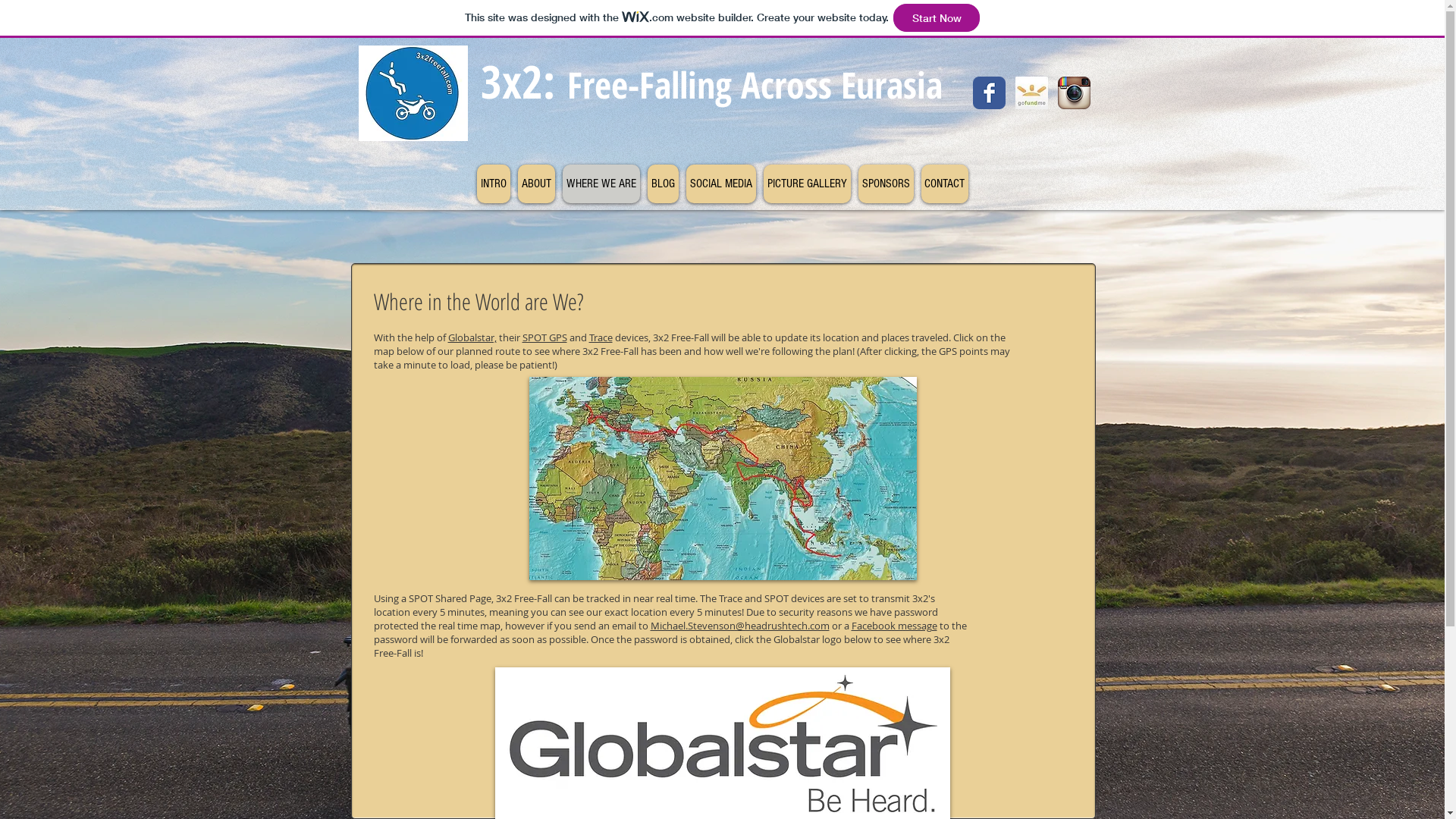 This screenshot has height=819, width=1456. Describe the element at coordinates (544, 336) in the screenshot. I see `'SPOT GPS'` at that location.